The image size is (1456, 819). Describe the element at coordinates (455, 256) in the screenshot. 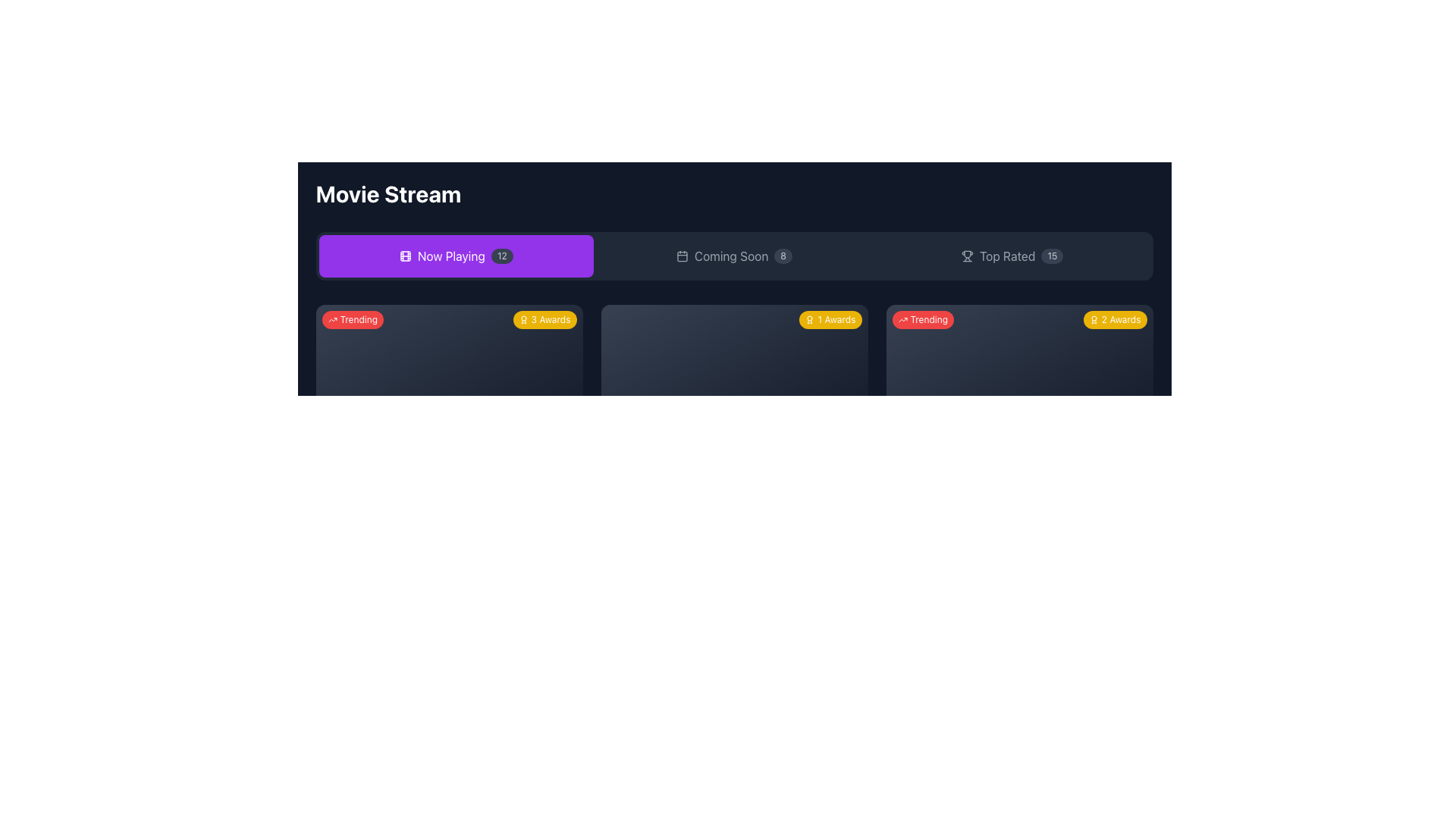

I see `the 'Now Playing' button, which has a purple background, white text, and a movie reel icon, to filter movies` at that location.